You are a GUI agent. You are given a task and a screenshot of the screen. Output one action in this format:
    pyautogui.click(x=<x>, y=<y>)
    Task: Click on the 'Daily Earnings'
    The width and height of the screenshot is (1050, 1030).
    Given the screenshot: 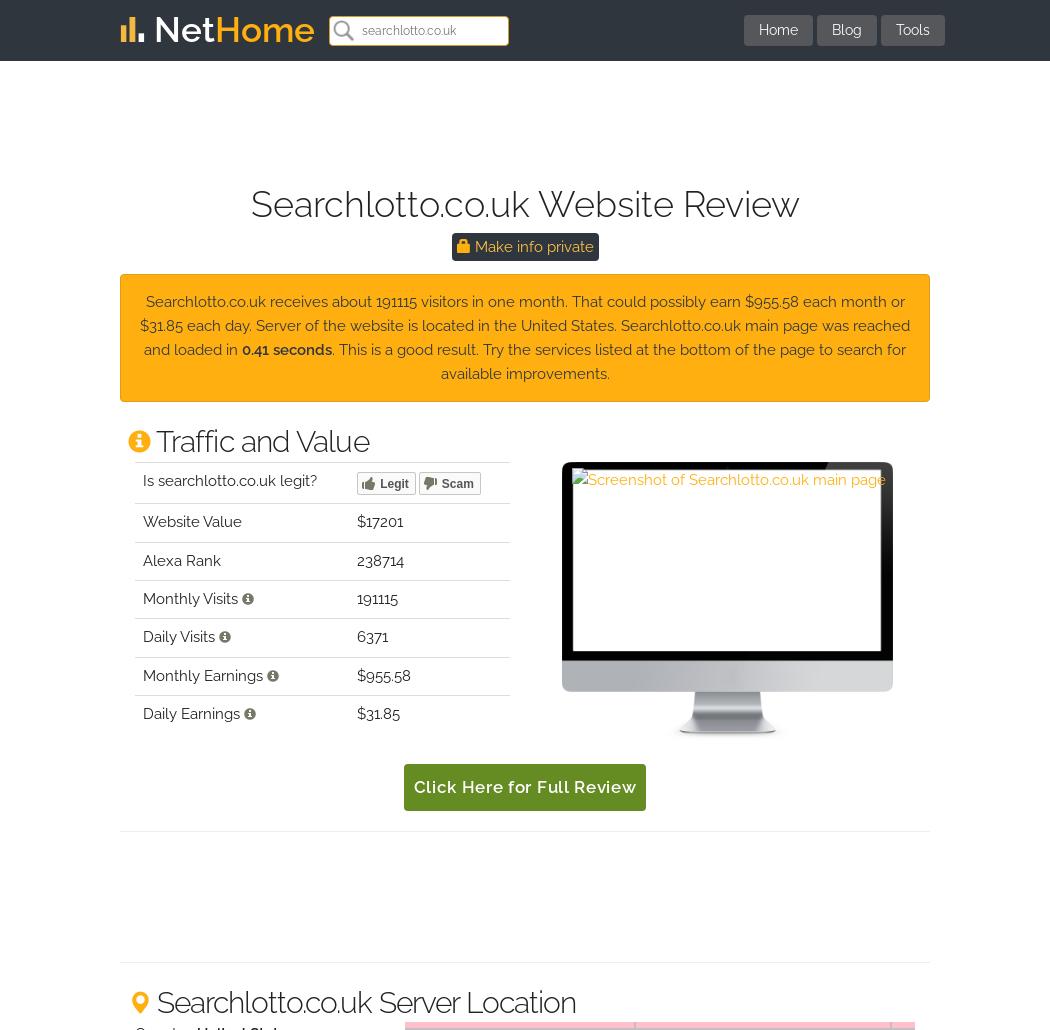 What is the action you would take?
    pyautogui.click(x=192, y=713)
    